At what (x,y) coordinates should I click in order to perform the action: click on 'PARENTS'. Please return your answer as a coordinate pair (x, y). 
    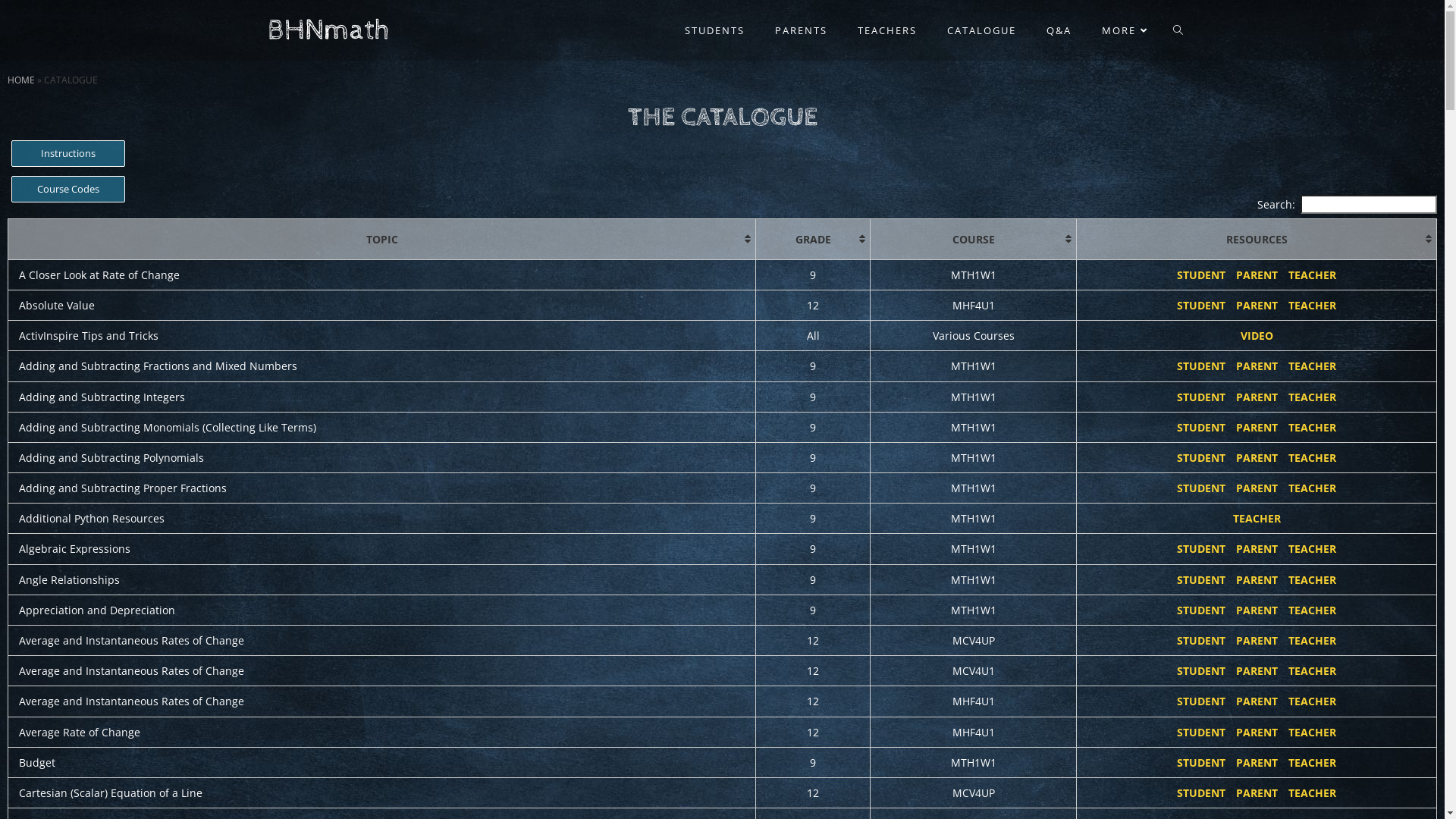
    Looking at the image, I should click on (760, 30).